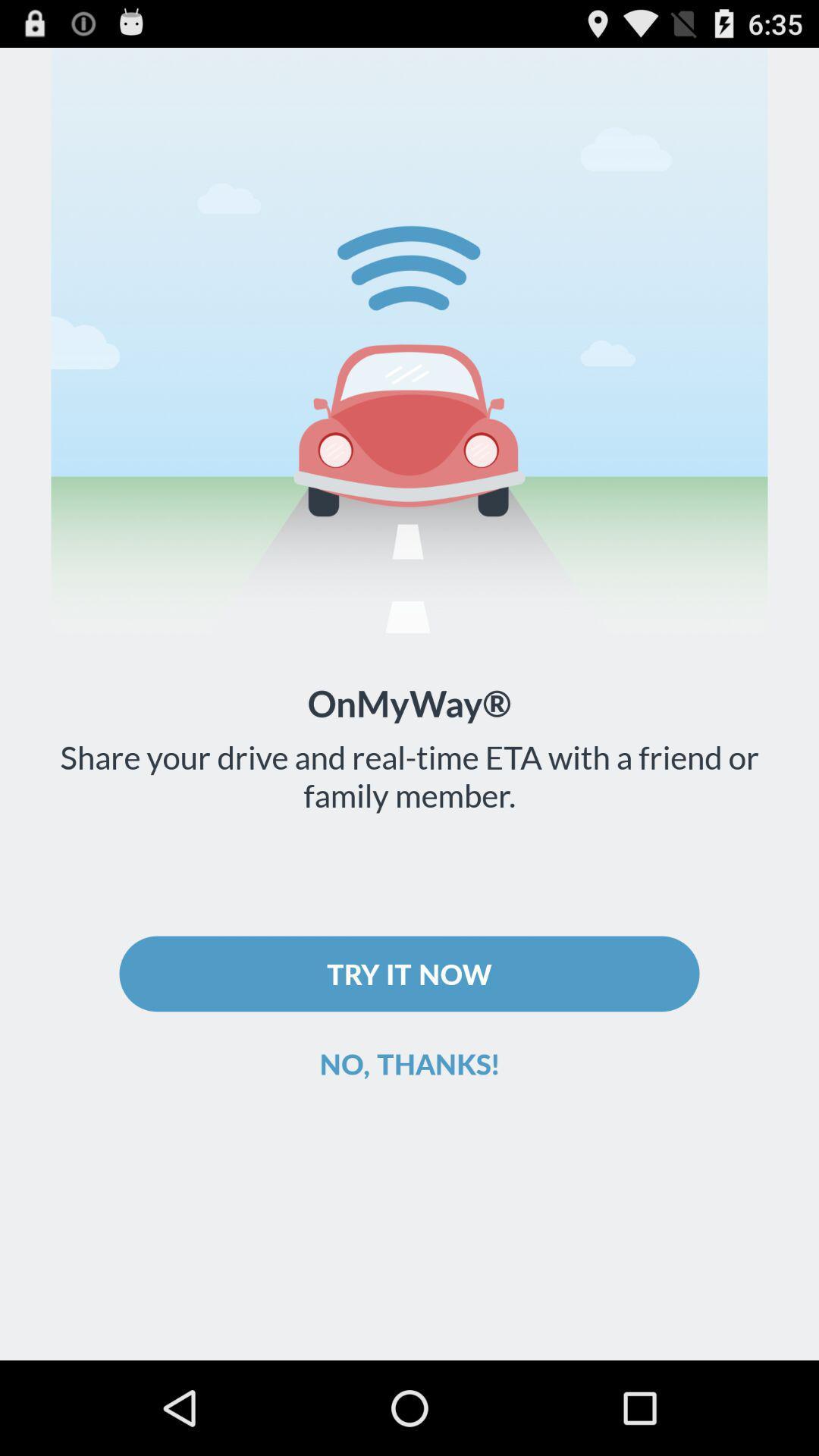  Describe the element at coordinates (409, 974) in the screenshot. I see `try it now icon` at that location.